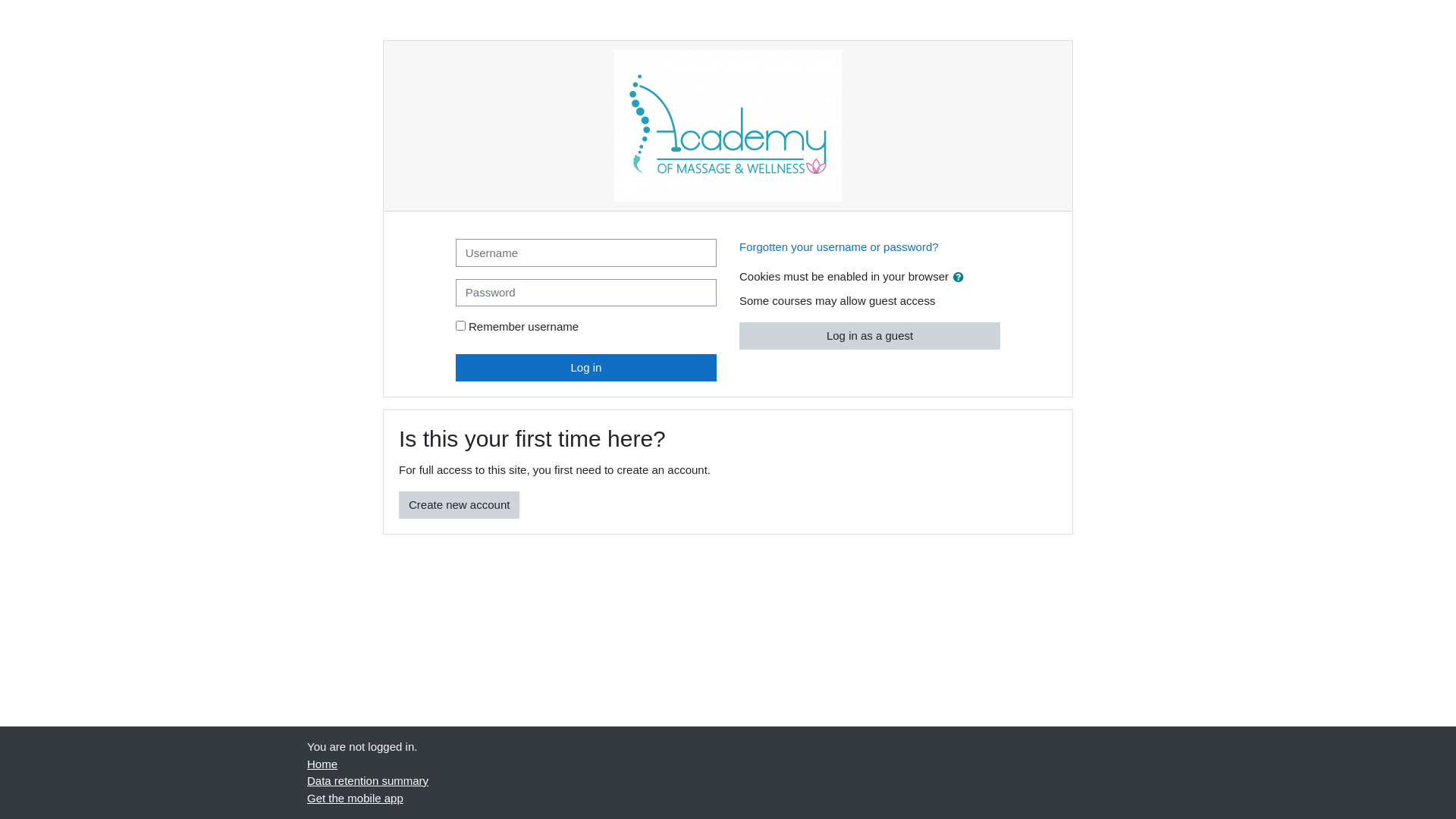  What do you see at coordinates (458, 505) in the screenshot?
I see `'Create new account'` at bounding box center [458, 505].